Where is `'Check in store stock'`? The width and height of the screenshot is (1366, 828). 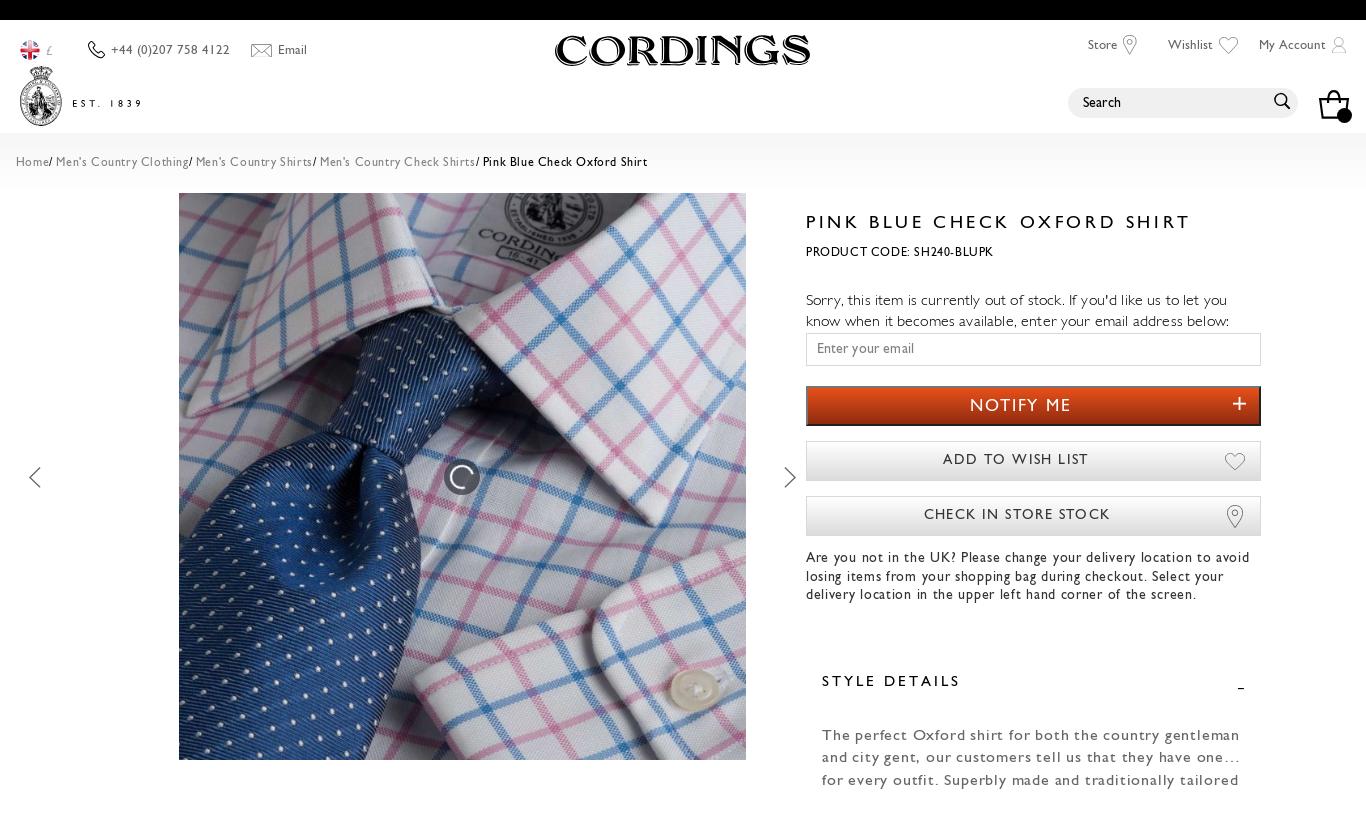
'Check in store stock' is located at coordinates (1016, 515).